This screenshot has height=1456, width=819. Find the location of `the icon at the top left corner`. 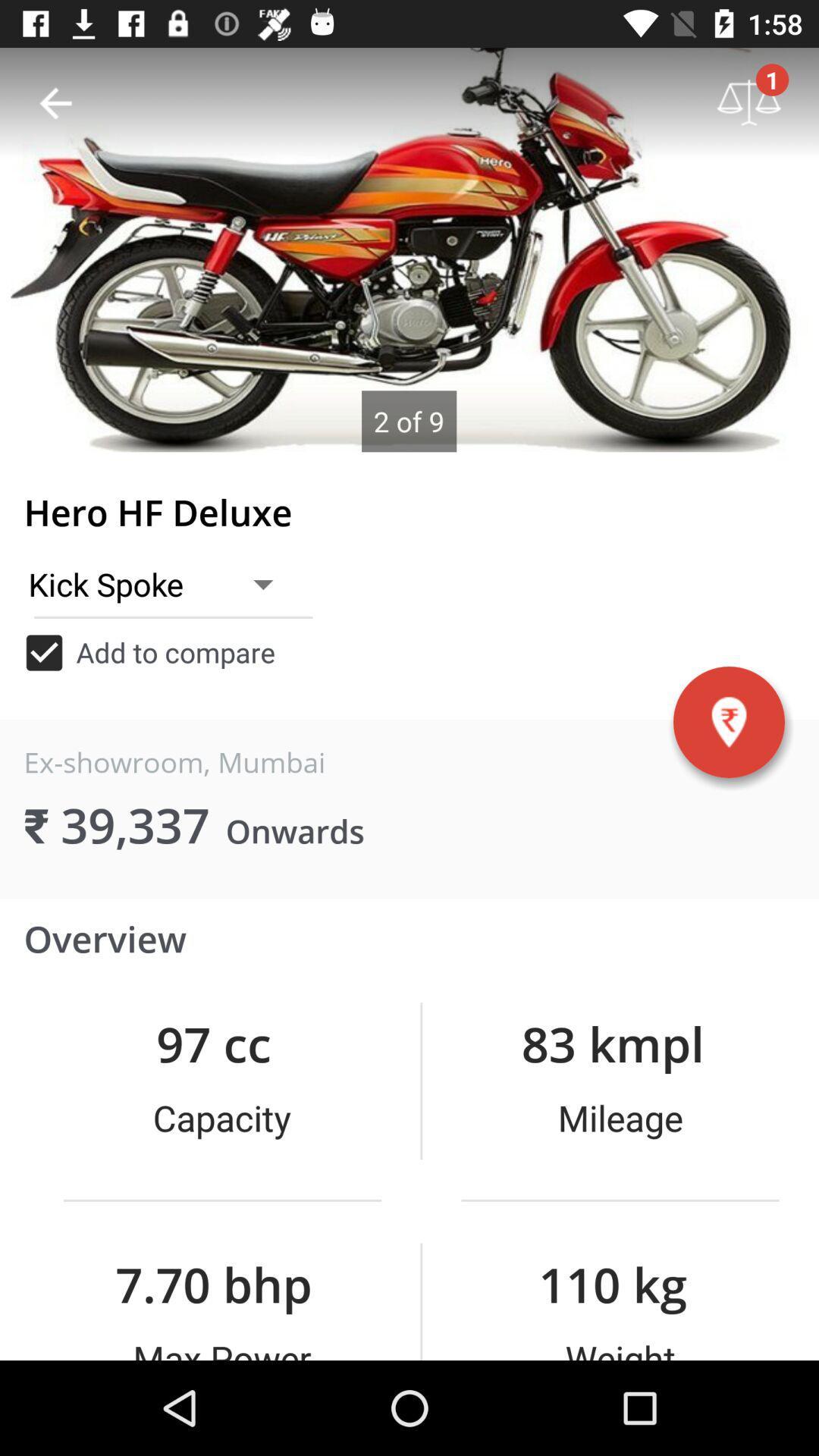

the icon at the top left corner is located at coordinates (55, 102).